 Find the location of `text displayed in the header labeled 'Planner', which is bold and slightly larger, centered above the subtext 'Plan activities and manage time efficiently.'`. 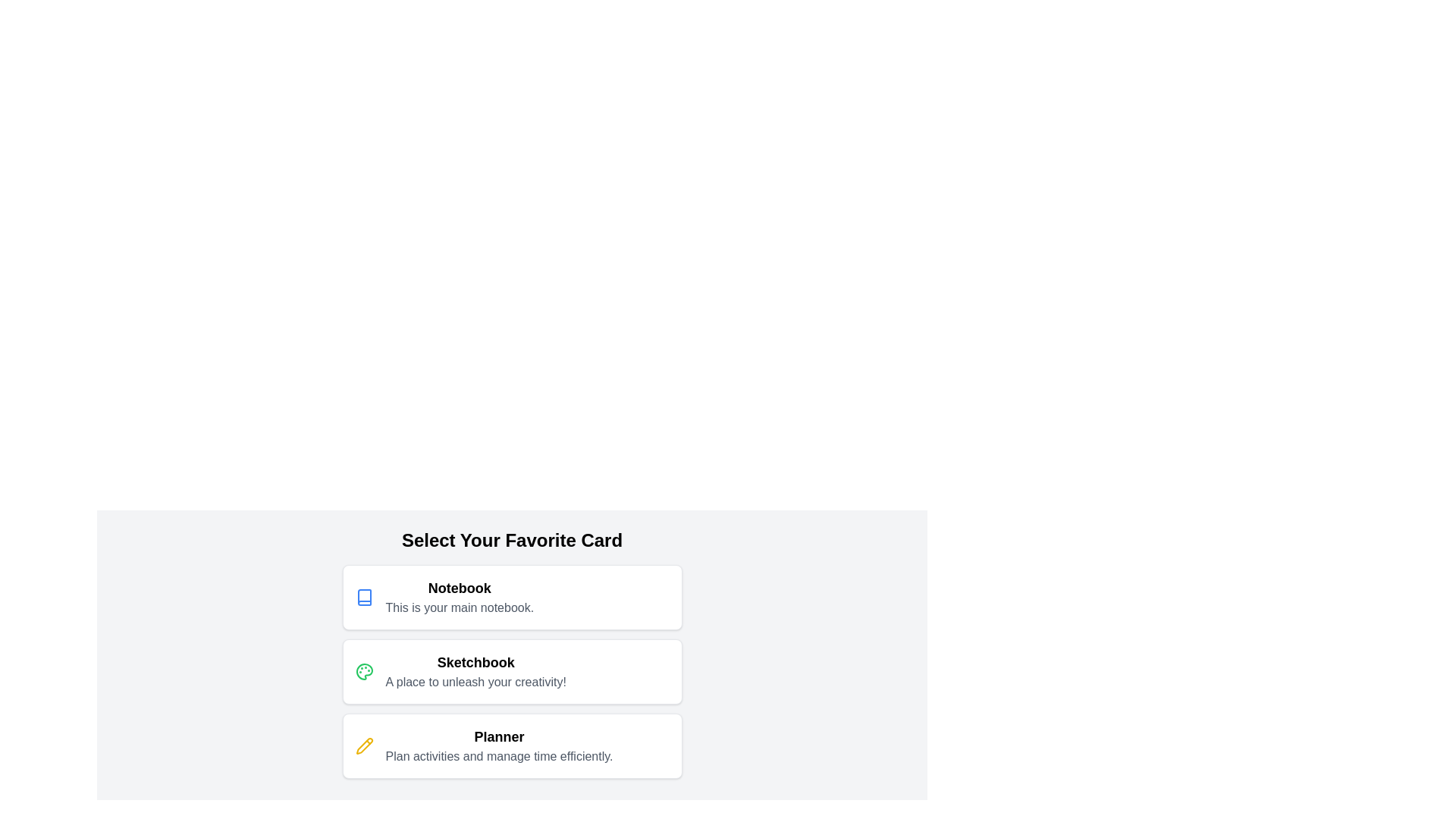

text displayed in the header labeled 'Planner', which is bold and slightly larger, centered above the subtext 'Plan activities and manage time efficiently.' is located at coordinates (499, 736).